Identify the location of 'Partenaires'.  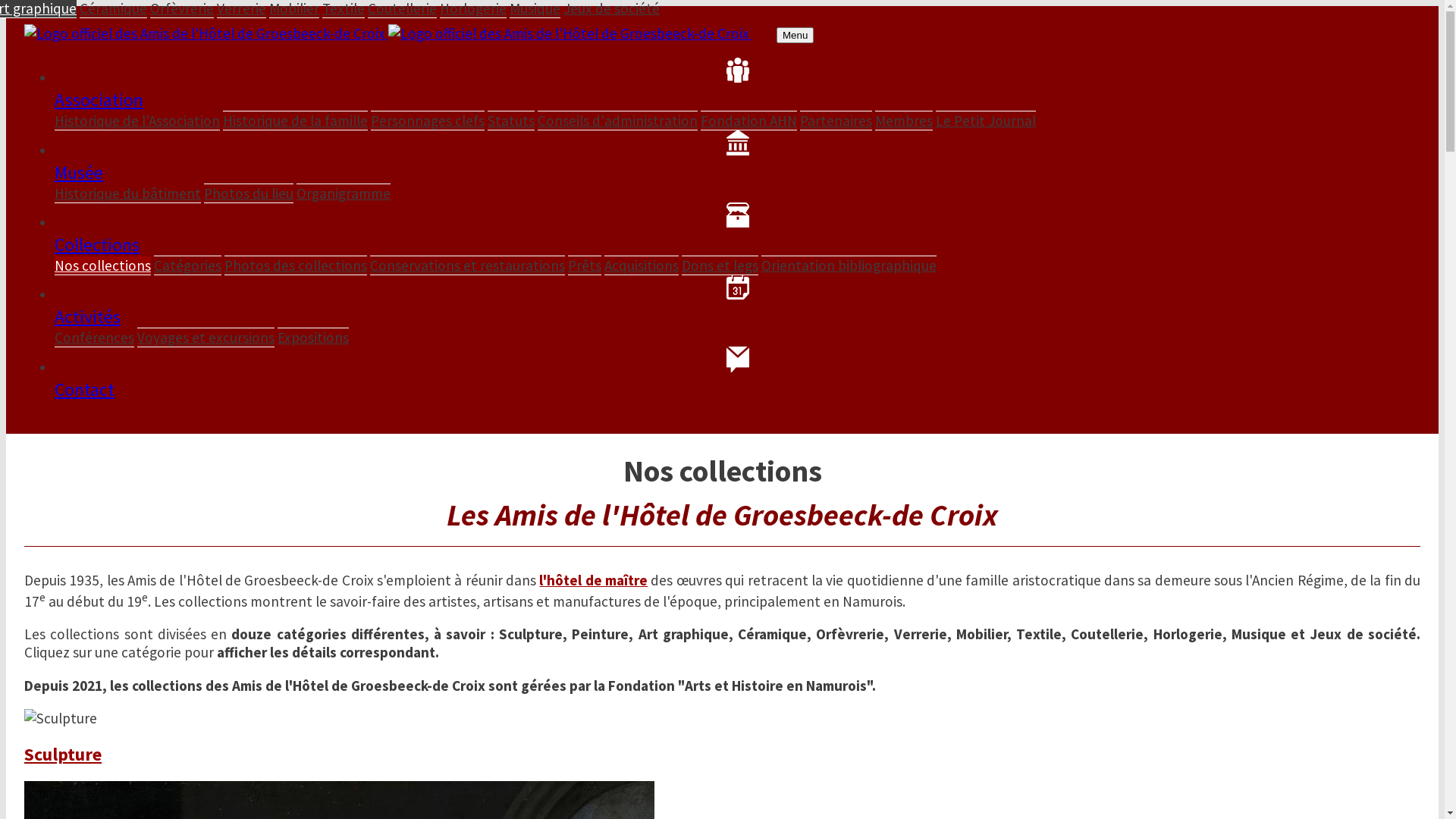
(799, 119).